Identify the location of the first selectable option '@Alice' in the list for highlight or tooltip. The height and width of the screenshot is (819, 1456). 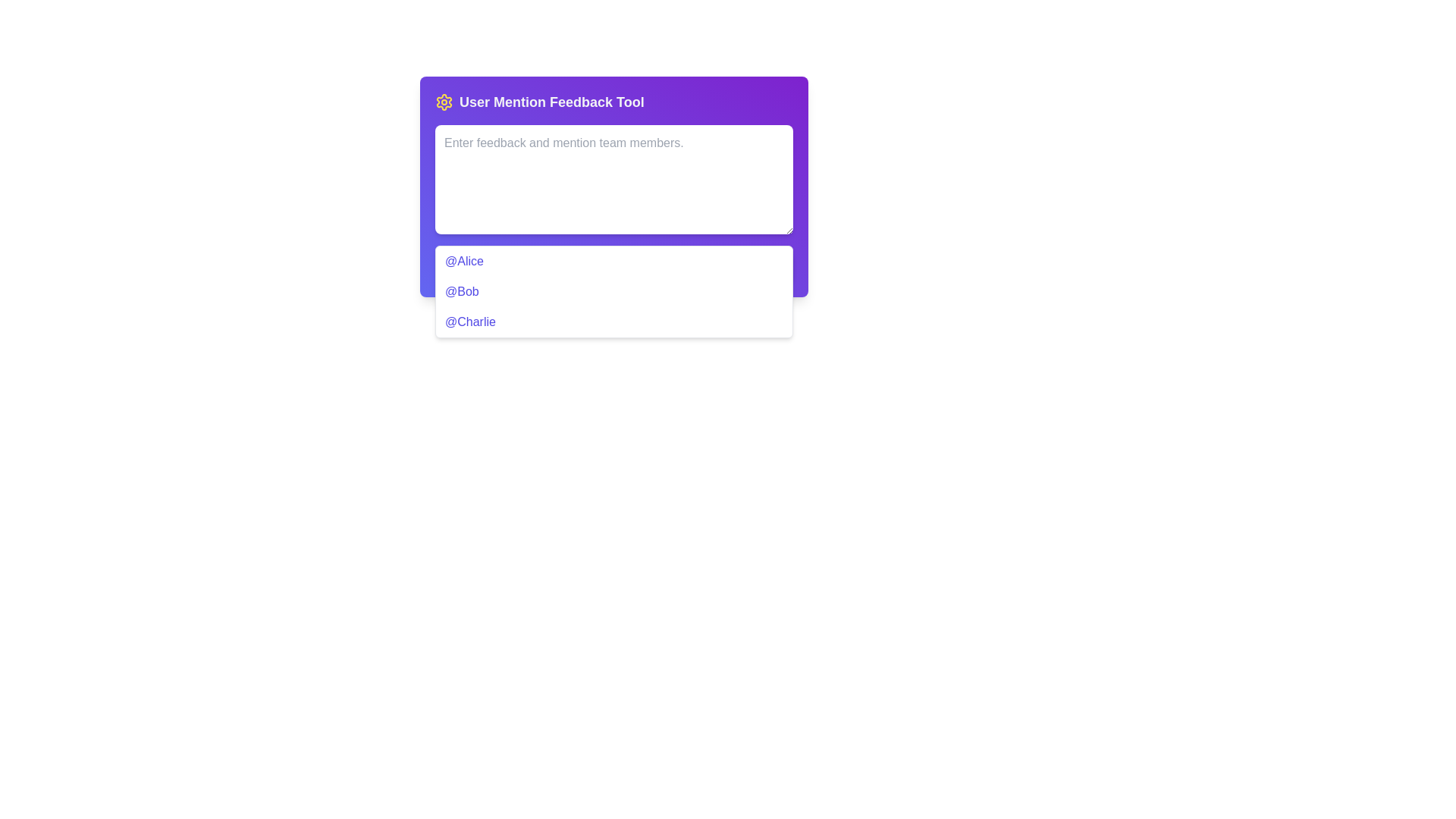
(614, 265).